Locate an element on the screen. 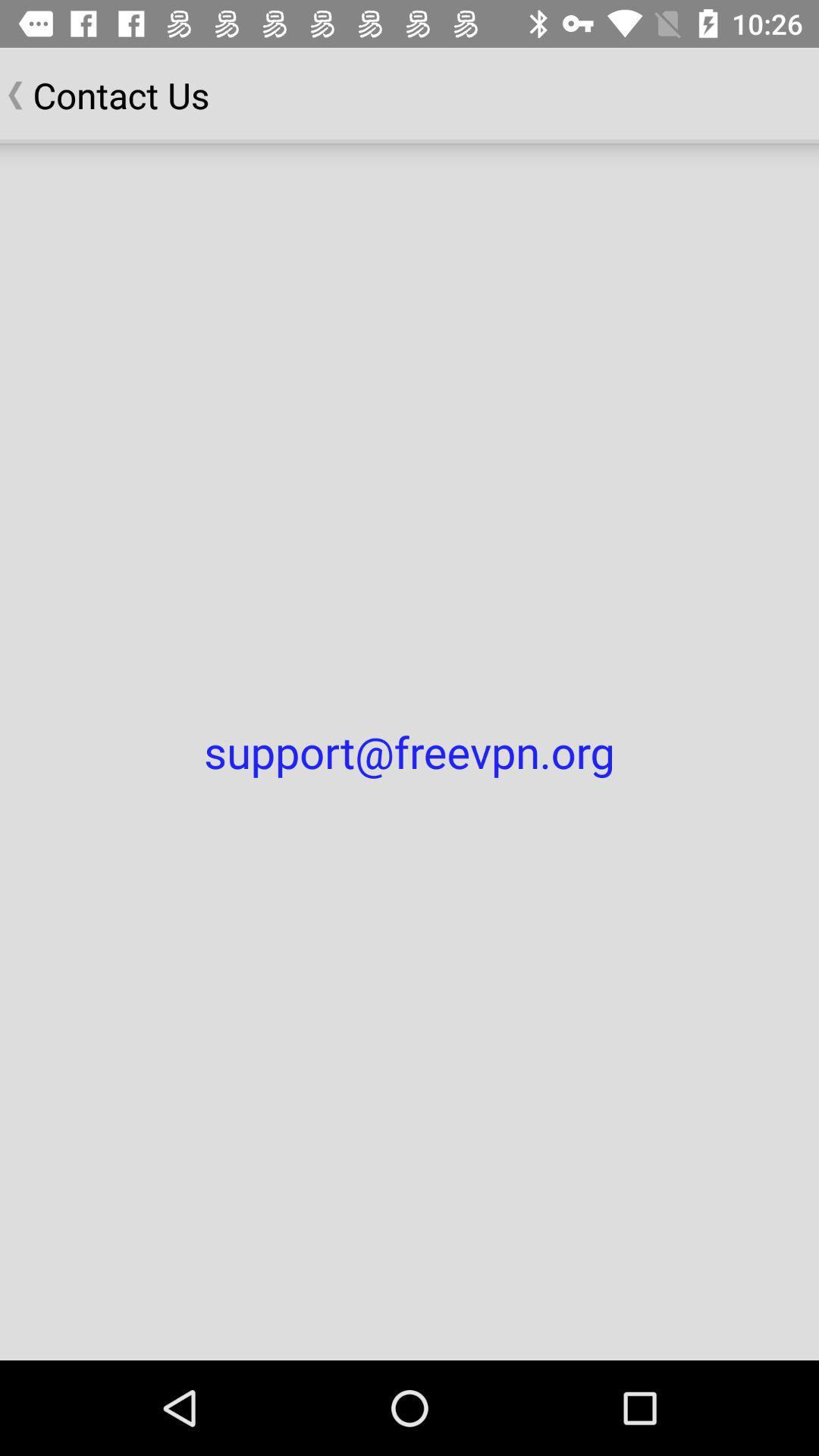  the support@freevpn.org is located at coordinates (409, 752).